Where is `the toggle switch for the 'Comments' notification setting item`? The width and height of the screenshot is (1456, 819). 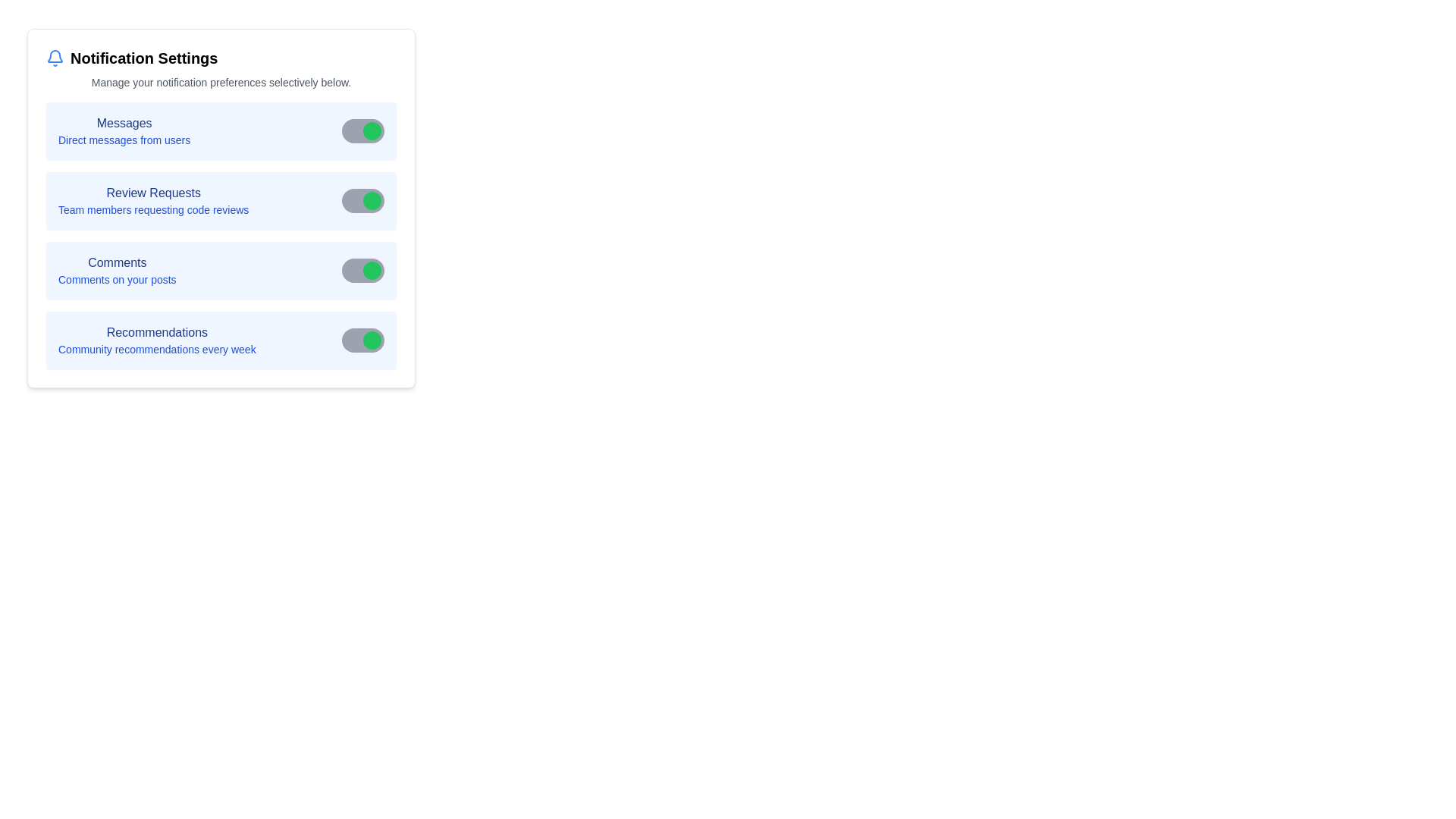 the toggle switch for the 'Comments' notification setting item is located at coordinates (221, 270).